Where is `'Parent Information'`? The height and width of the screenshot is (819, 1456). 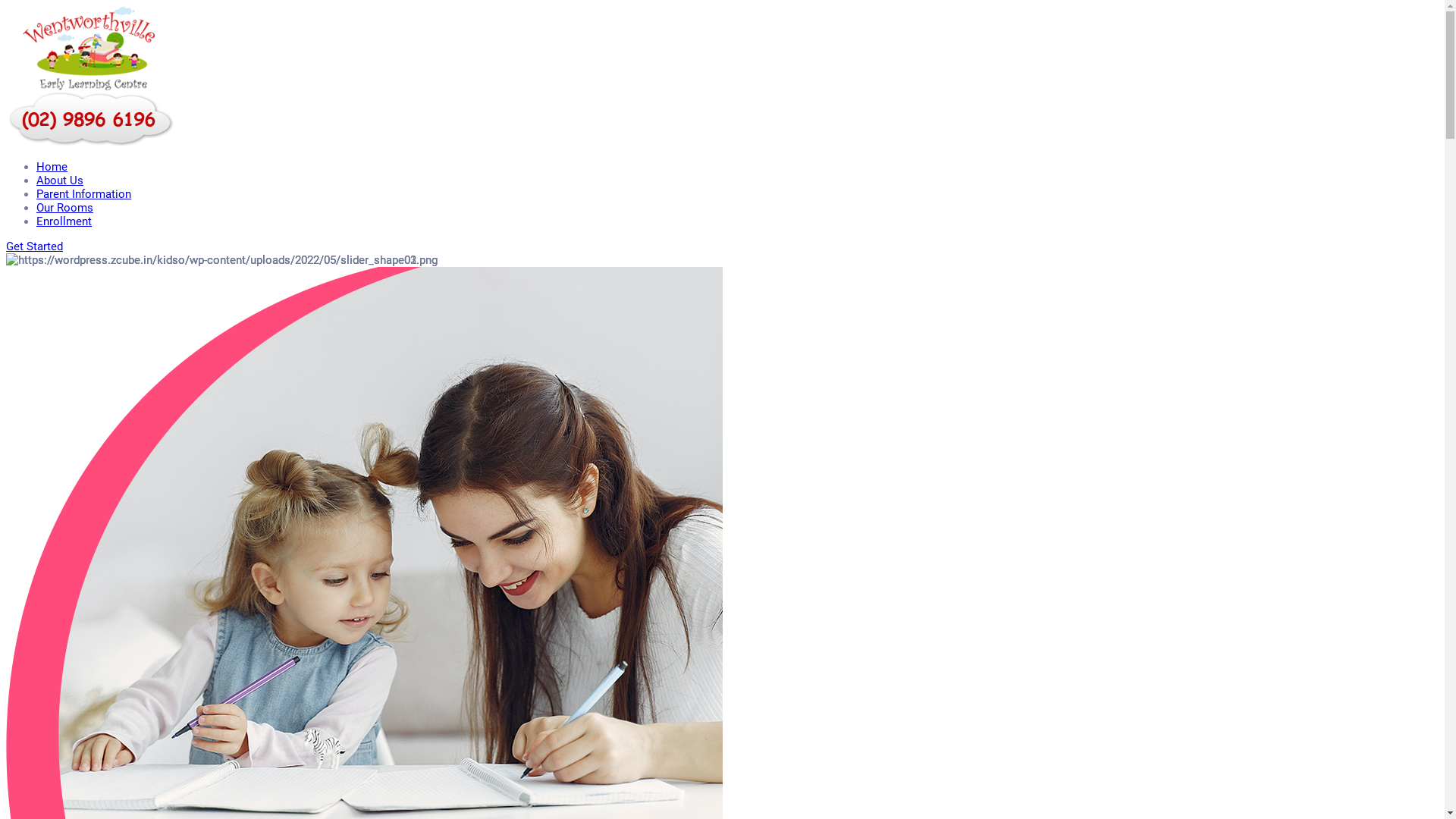
'Parent Information' is located at coordinates (83, 193).